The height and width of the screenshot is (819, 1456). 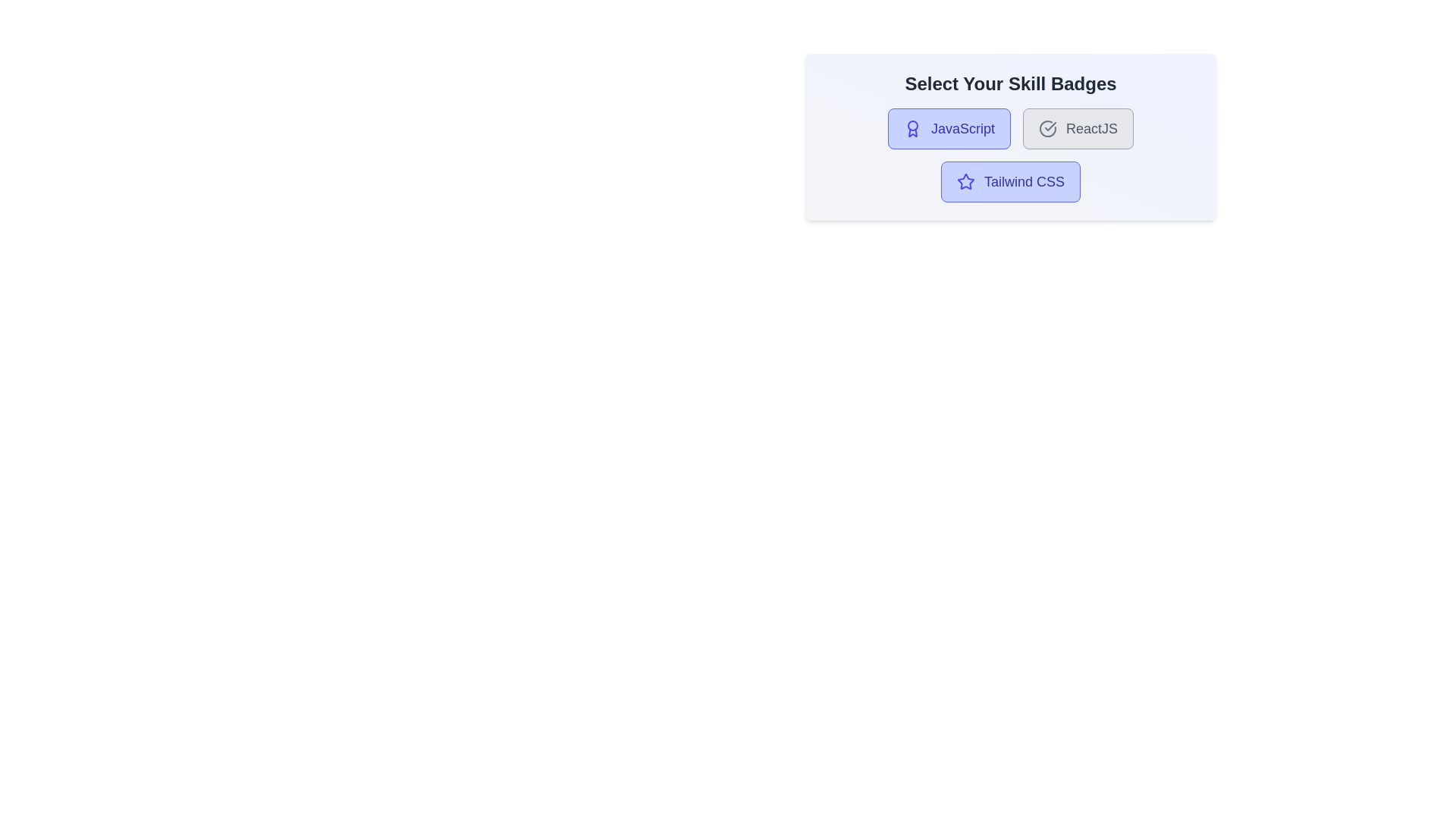 I want to click on the skill badge ReactJS, so click(x=1077, y=127).